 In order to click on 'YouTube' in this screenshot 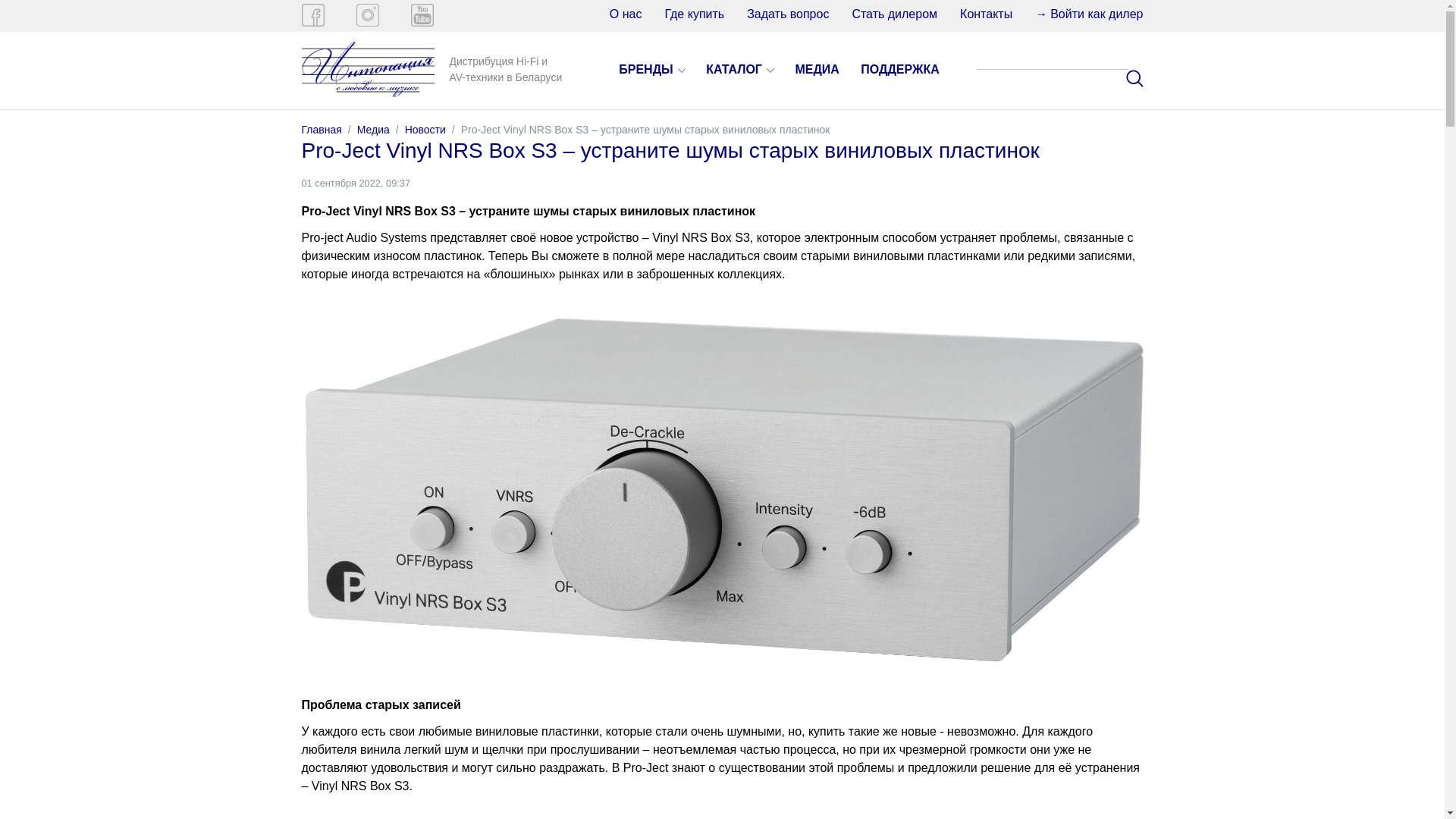, I will do `click(422, 14)`.